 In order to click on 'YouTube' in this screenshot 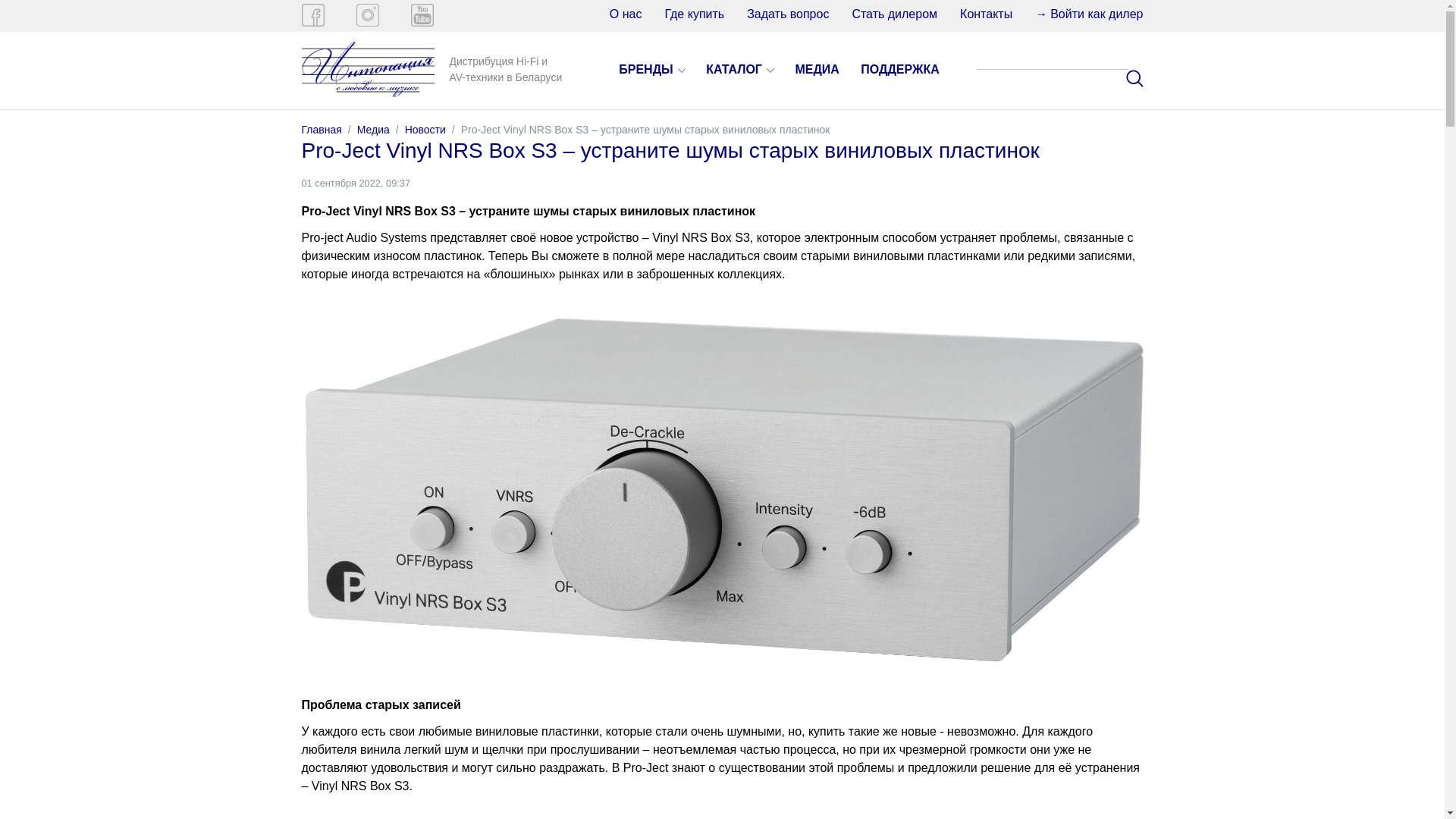, I will do `click(422, 14)`.